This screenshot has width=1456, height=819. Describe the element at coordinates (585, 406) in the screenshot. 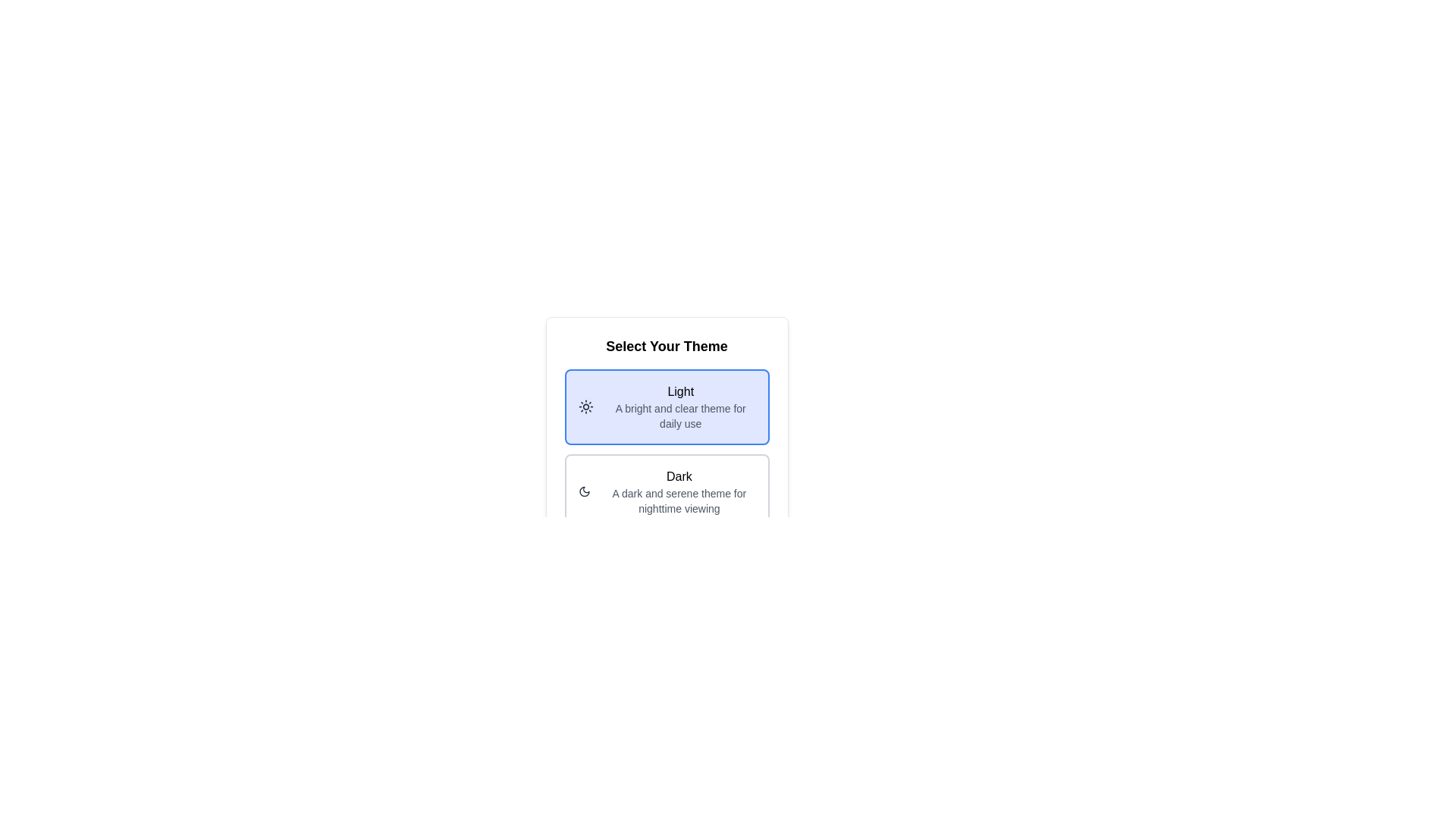

I see `the sun icon, which is a gray, stylized circle with radiating lines, located to the left of the 'Light' text in the upper card of the UI` at that location.